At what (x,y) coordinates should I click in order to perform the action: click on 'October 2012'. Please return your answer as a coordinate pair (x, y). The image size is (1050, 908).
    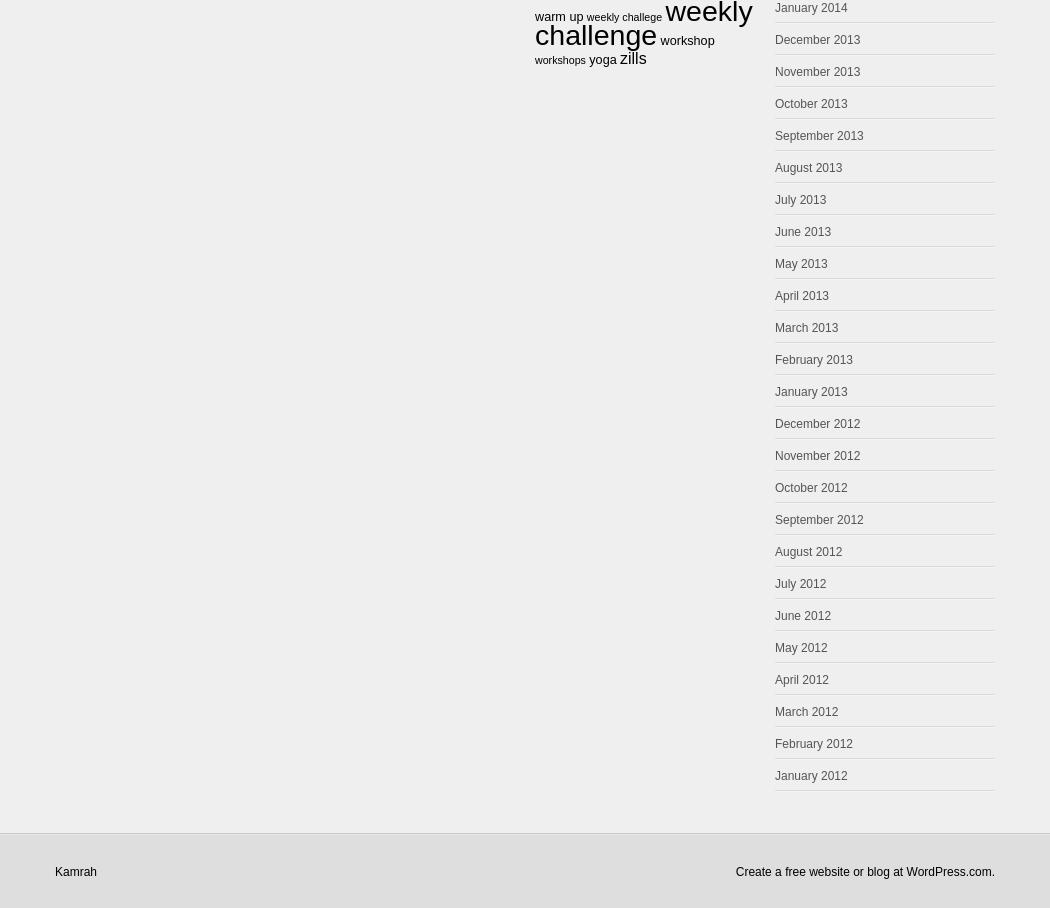
    Looking at the image, I should click on (810, 485).